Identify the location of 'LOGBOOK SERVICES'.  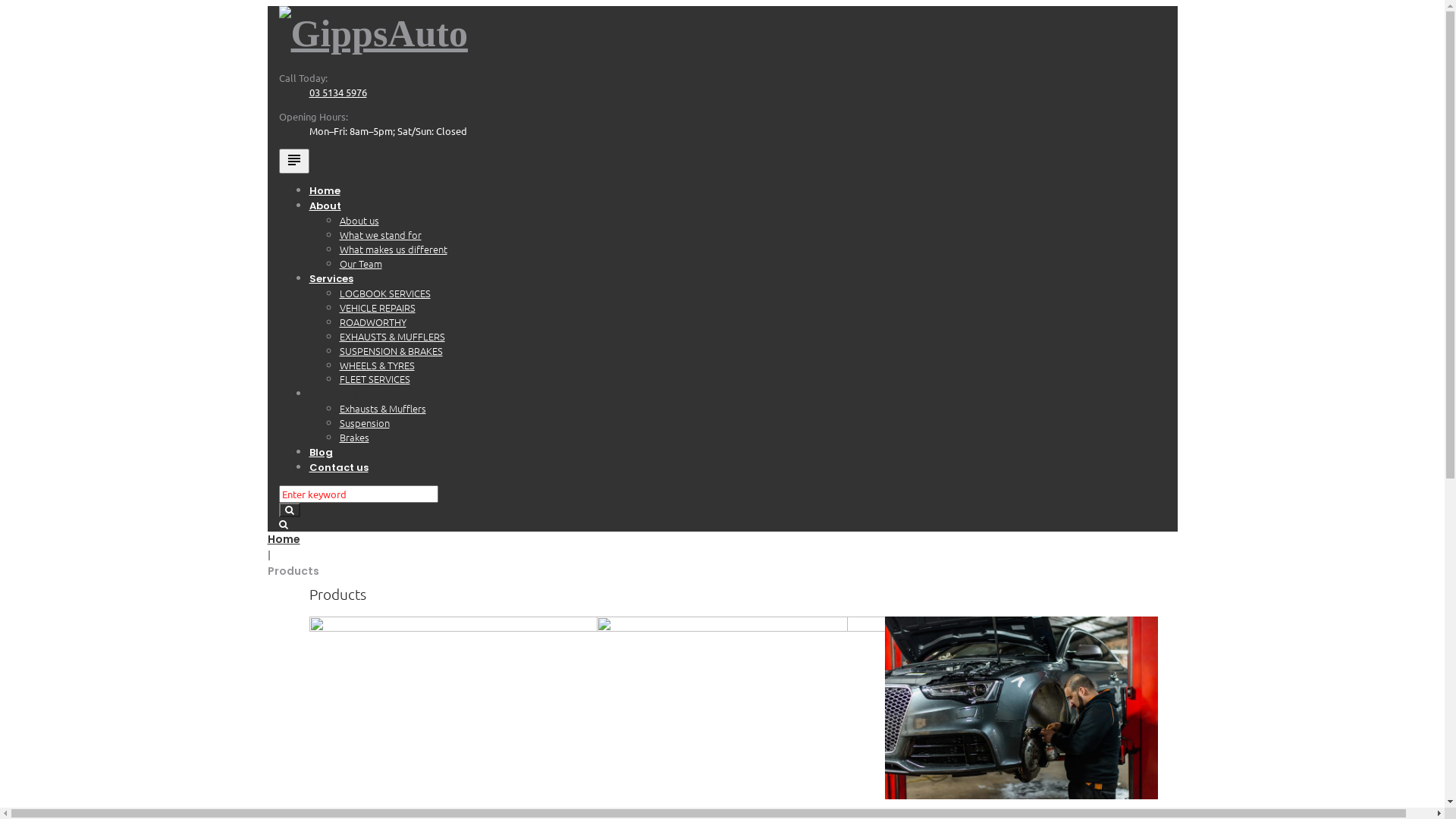
(385, 293).